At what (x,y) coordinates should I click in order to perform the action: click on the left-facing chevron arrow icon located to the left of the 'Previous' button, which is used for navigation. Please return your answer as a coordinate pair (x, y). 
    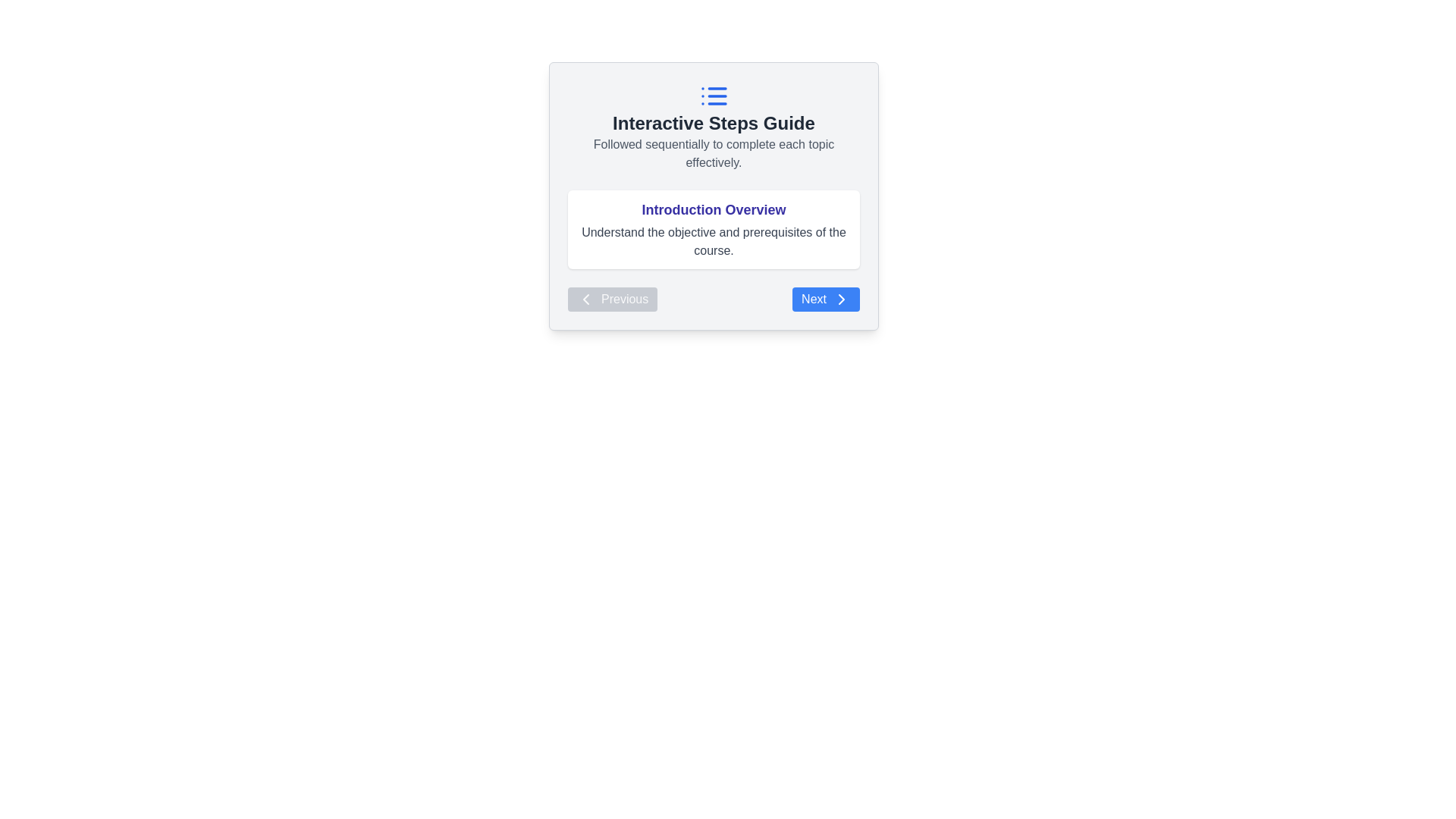
    Looking at the image, I should click on (585, 299).